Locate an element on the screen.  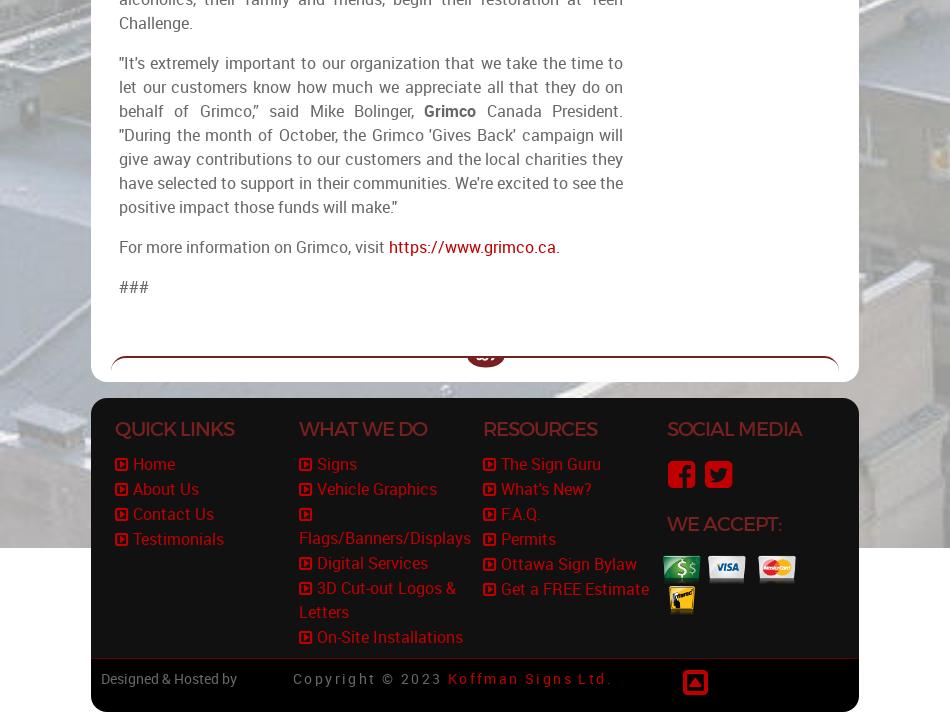
'3D Cut-out Logos & Letters' is located at coordinates (376, 599).